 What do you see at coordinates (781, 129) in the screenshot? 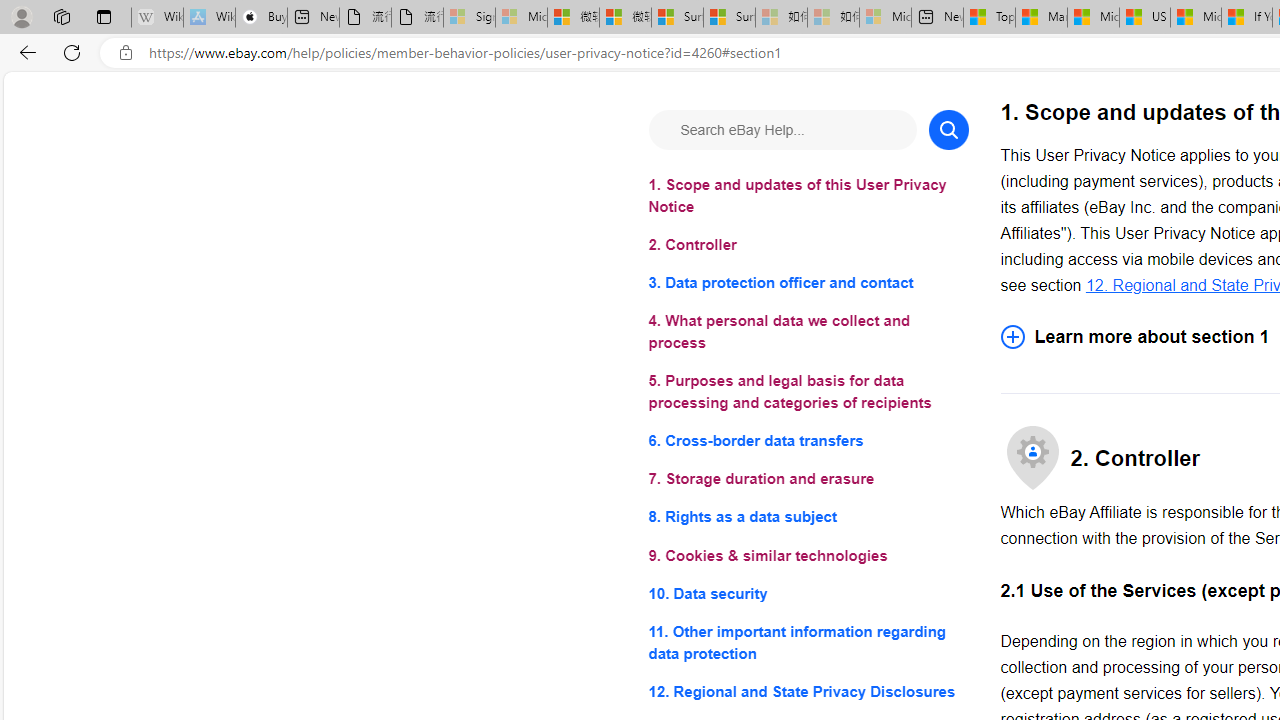
I see `'Search eBay Help...'` at bounding box center [781, 129].